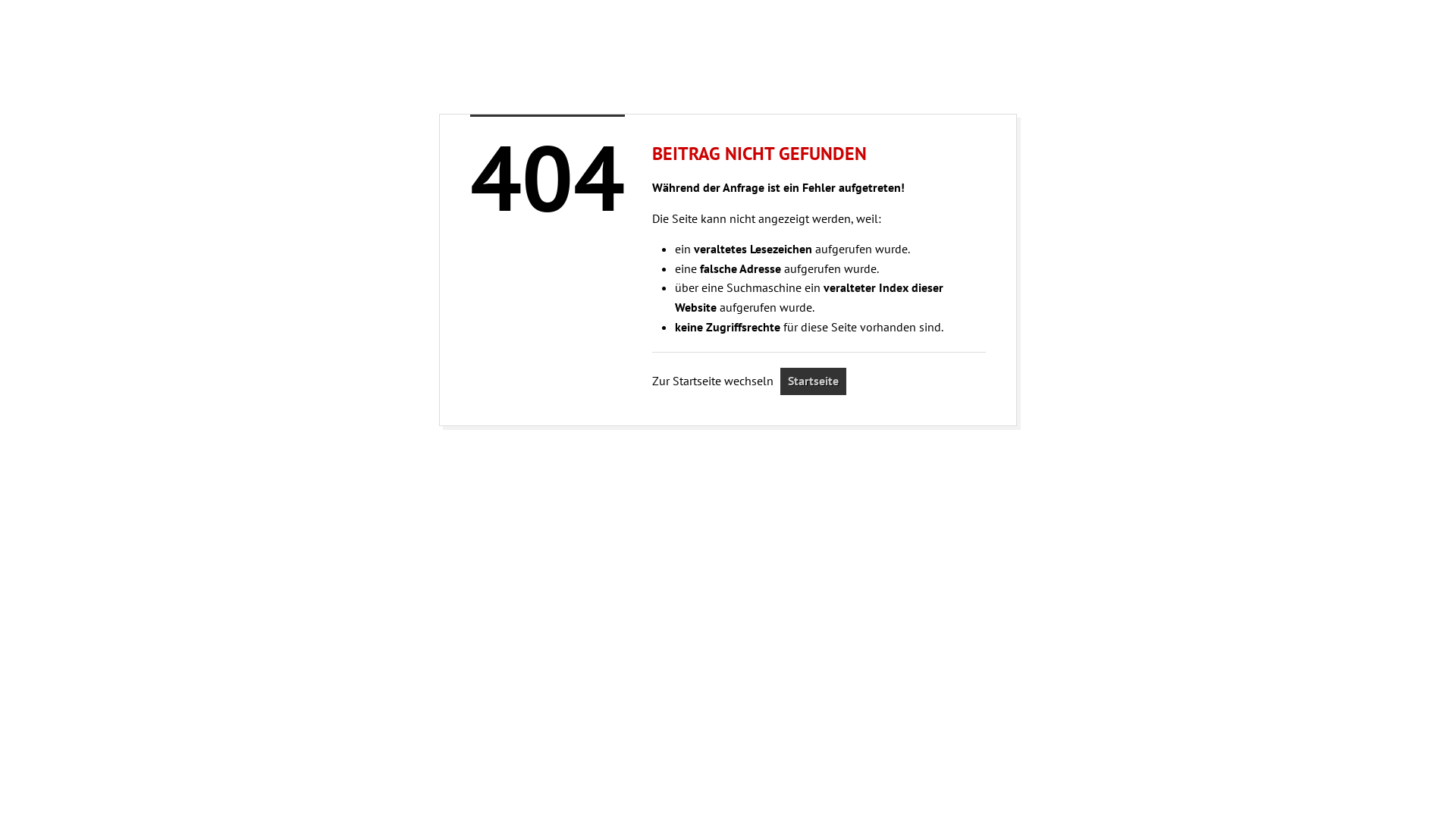 The image size is (1456, 819). Describe the element at coordinates (812, 380) in the screenshot. I see `'Startseite'` at that location.